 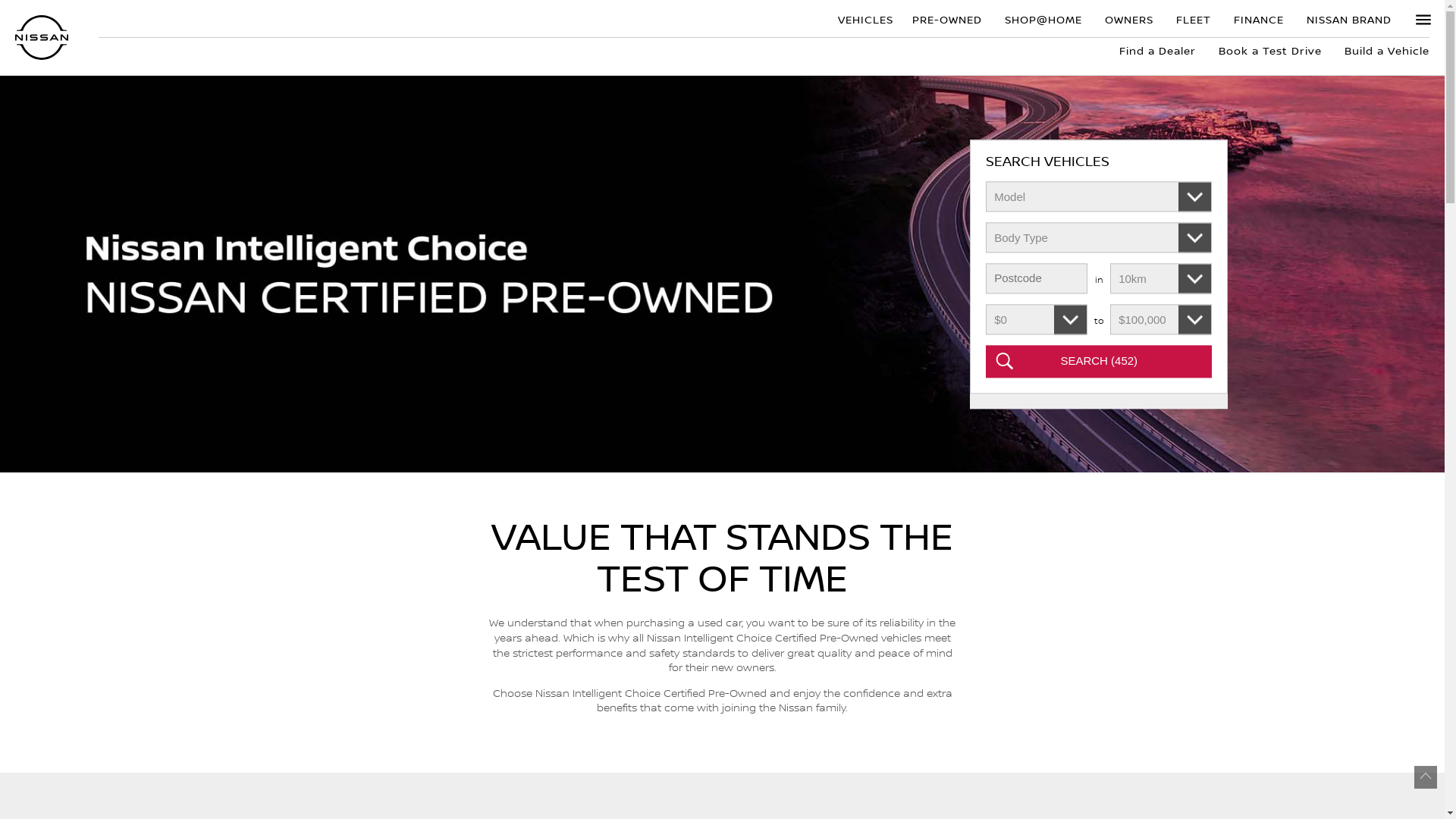 I want to click on 'SEARCH (452)', so click(x=1099, y=362).